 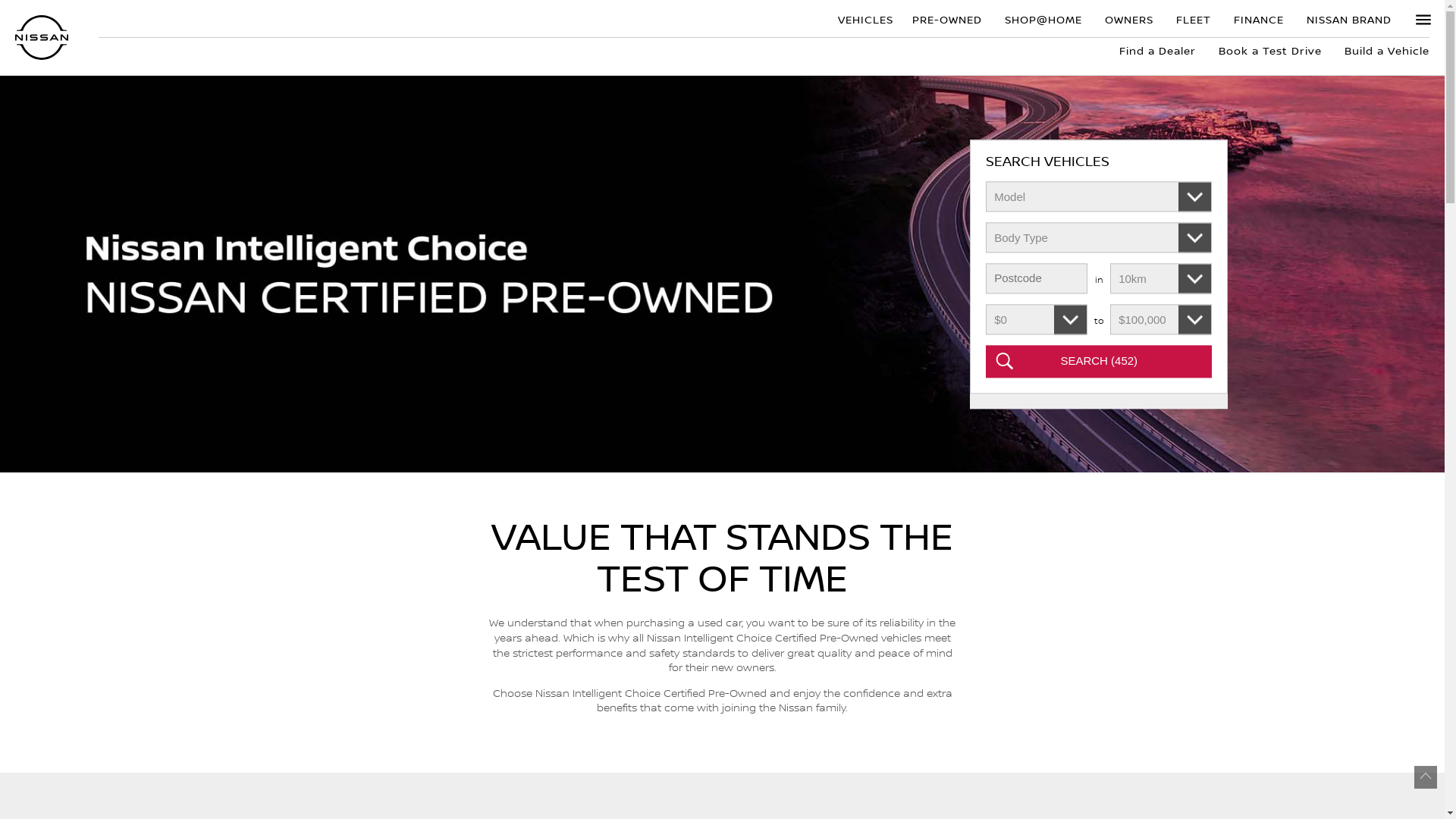 I want to click on 'SEARCH (452)', so click(x=1099, y=362).